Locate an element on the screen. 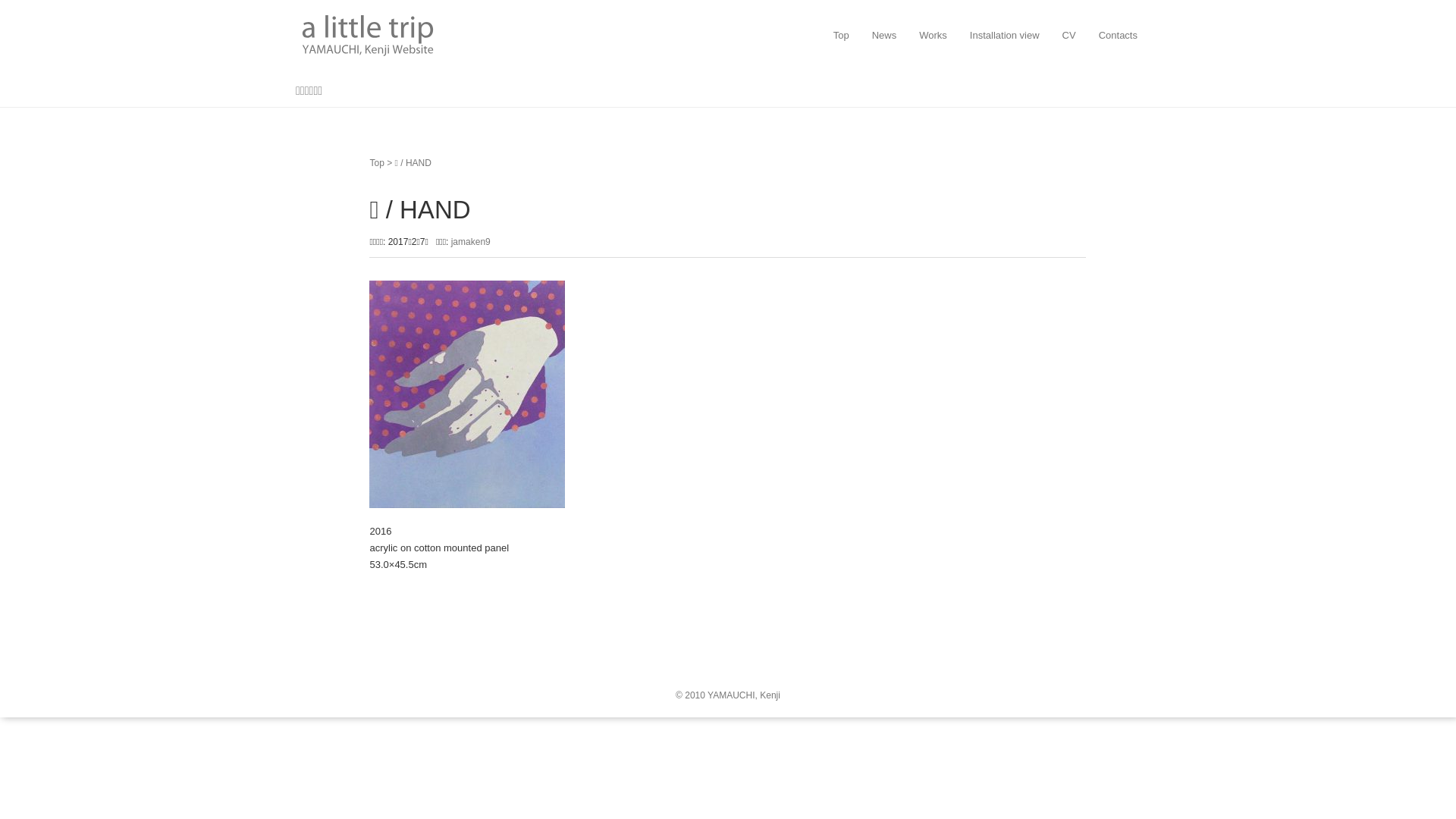 This screenshot has height=819, width=1456. 'Top' is located at coordinates (840, 34).